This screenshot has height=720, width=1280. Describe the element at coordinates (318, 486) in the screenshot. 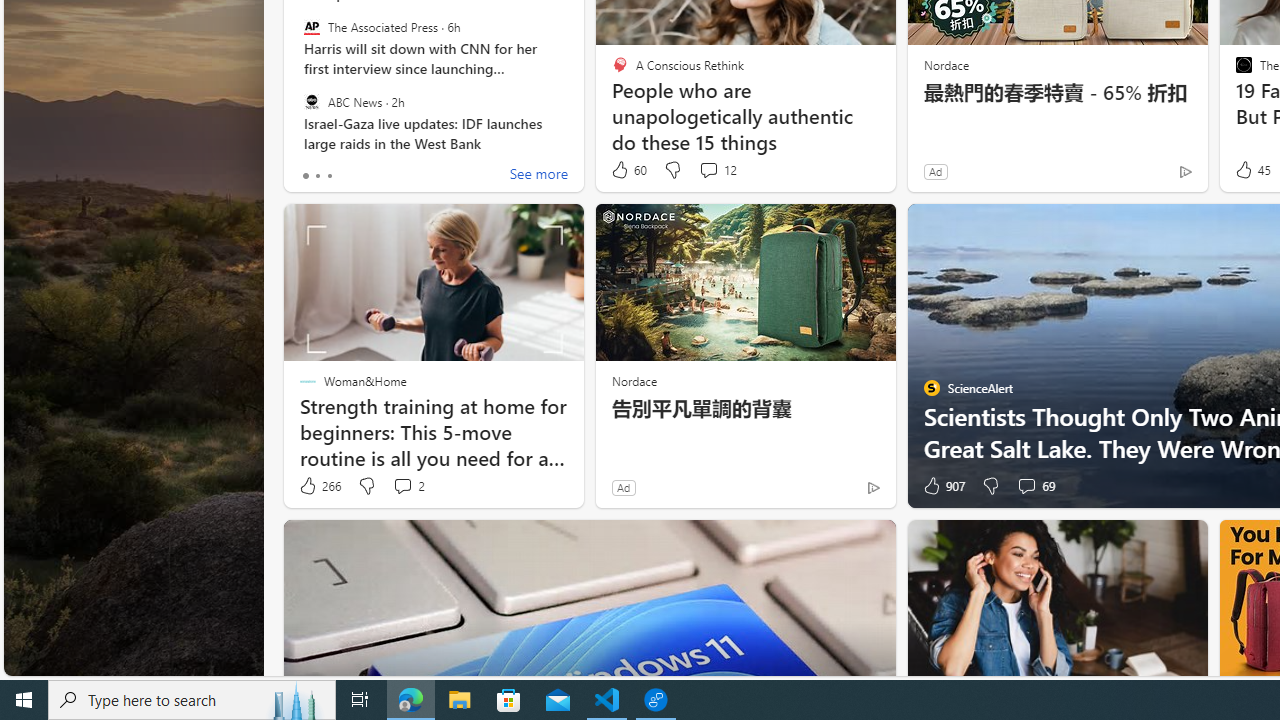

I see `'266 Like'` at that location.